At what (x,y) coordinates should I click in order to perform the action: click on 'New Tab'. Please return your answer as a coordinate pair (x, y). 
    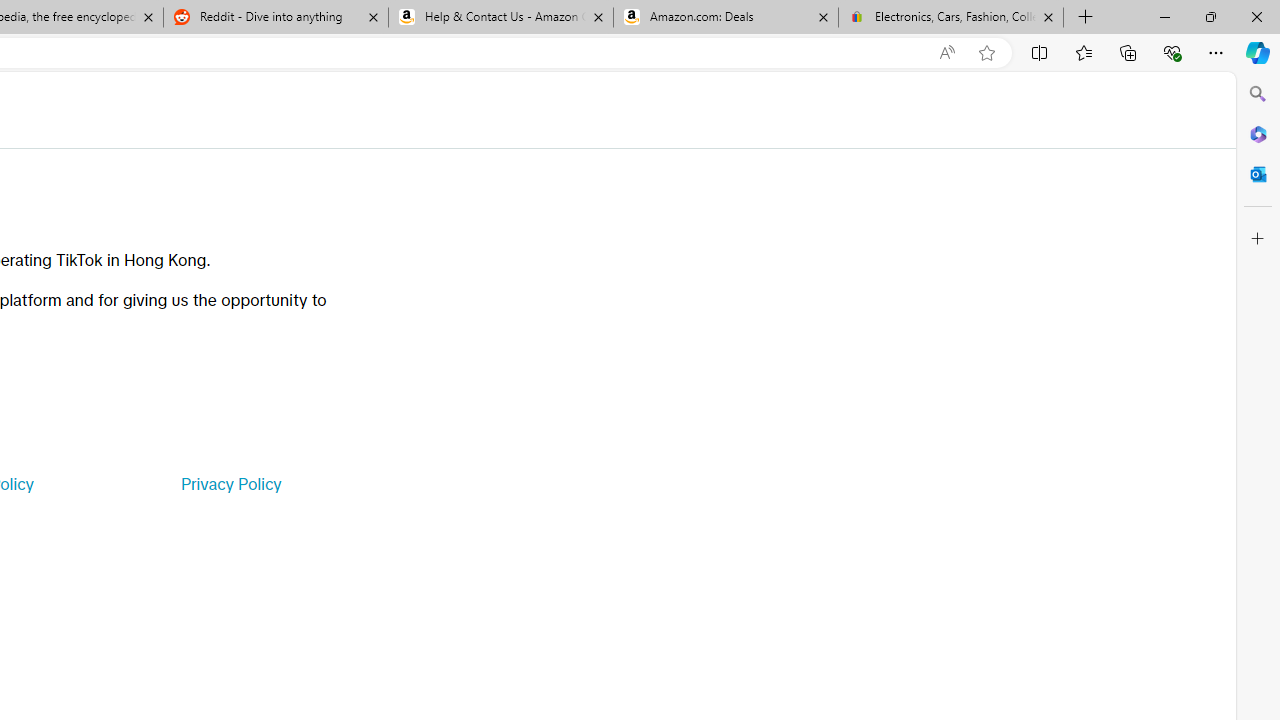
    Looking at the image, I should click on (1085, 17).